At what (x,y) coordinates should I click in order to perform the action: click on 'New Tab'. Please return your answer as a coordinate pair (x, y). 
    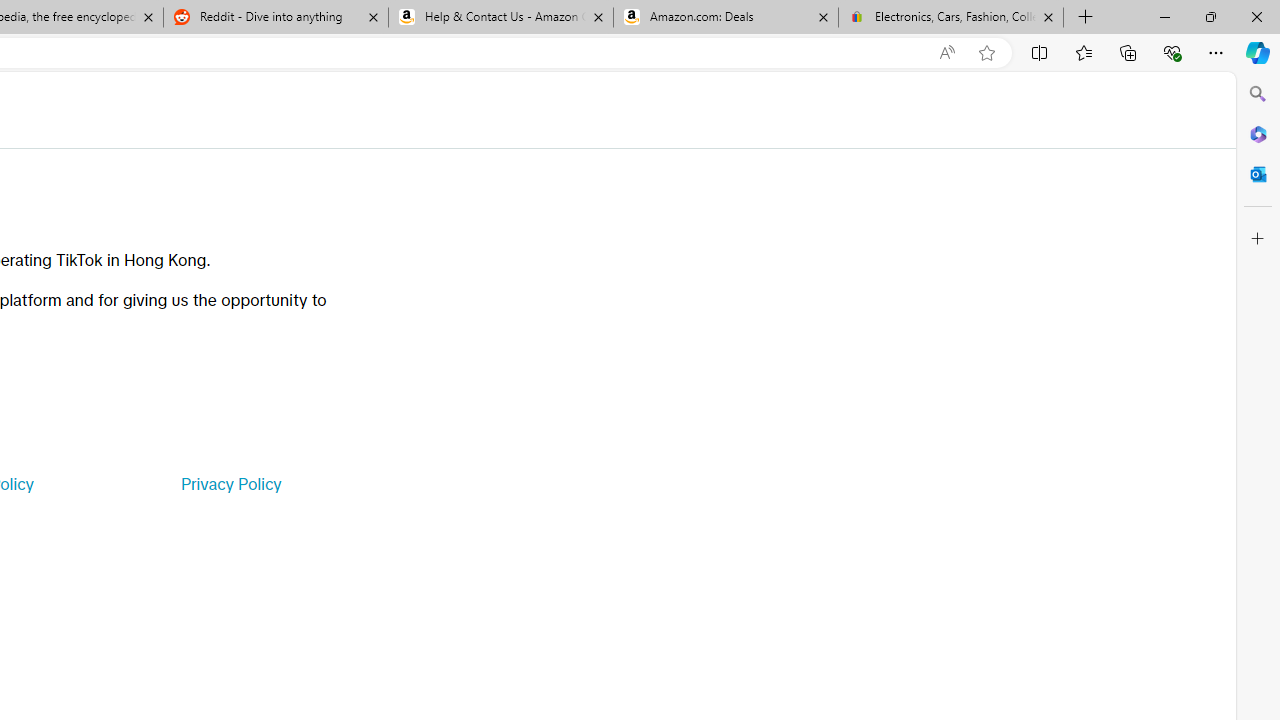
    Looking at the image, I should click on (1085, 17).